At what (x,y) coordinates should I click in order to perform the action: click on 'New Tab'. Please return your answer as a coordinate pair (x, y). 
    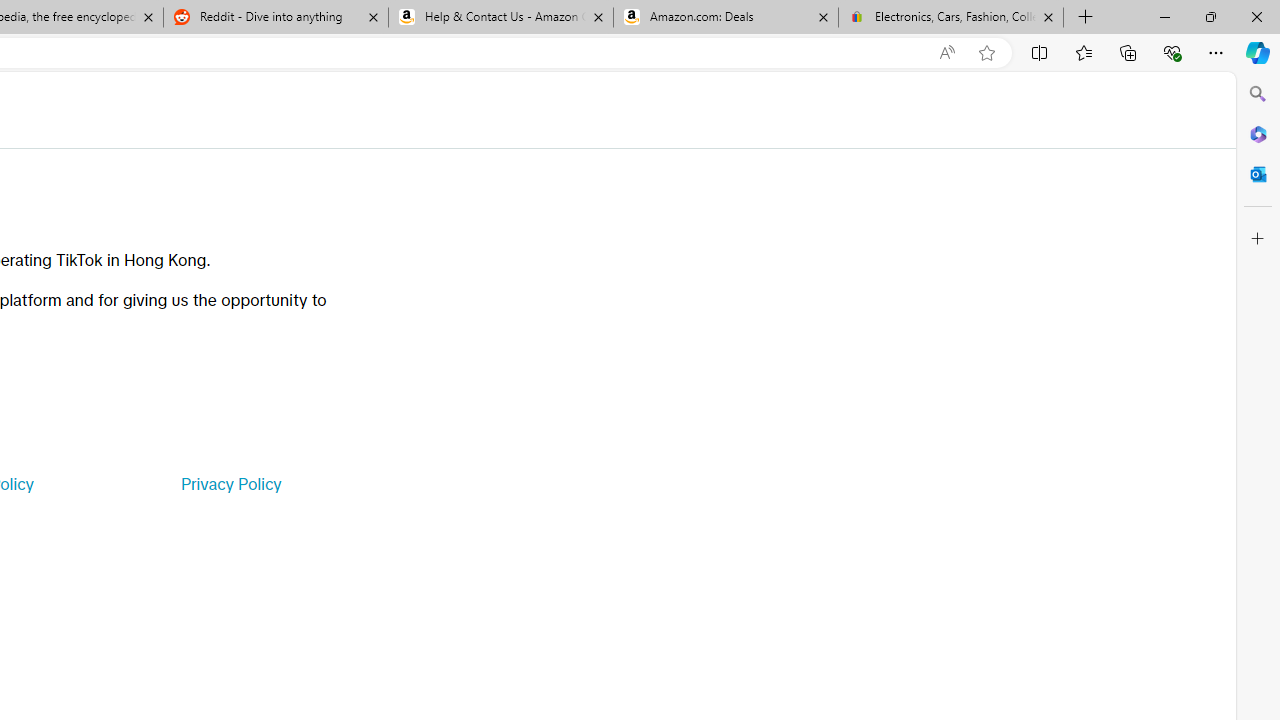
    Looking at the image, I should click on (1085, 17).